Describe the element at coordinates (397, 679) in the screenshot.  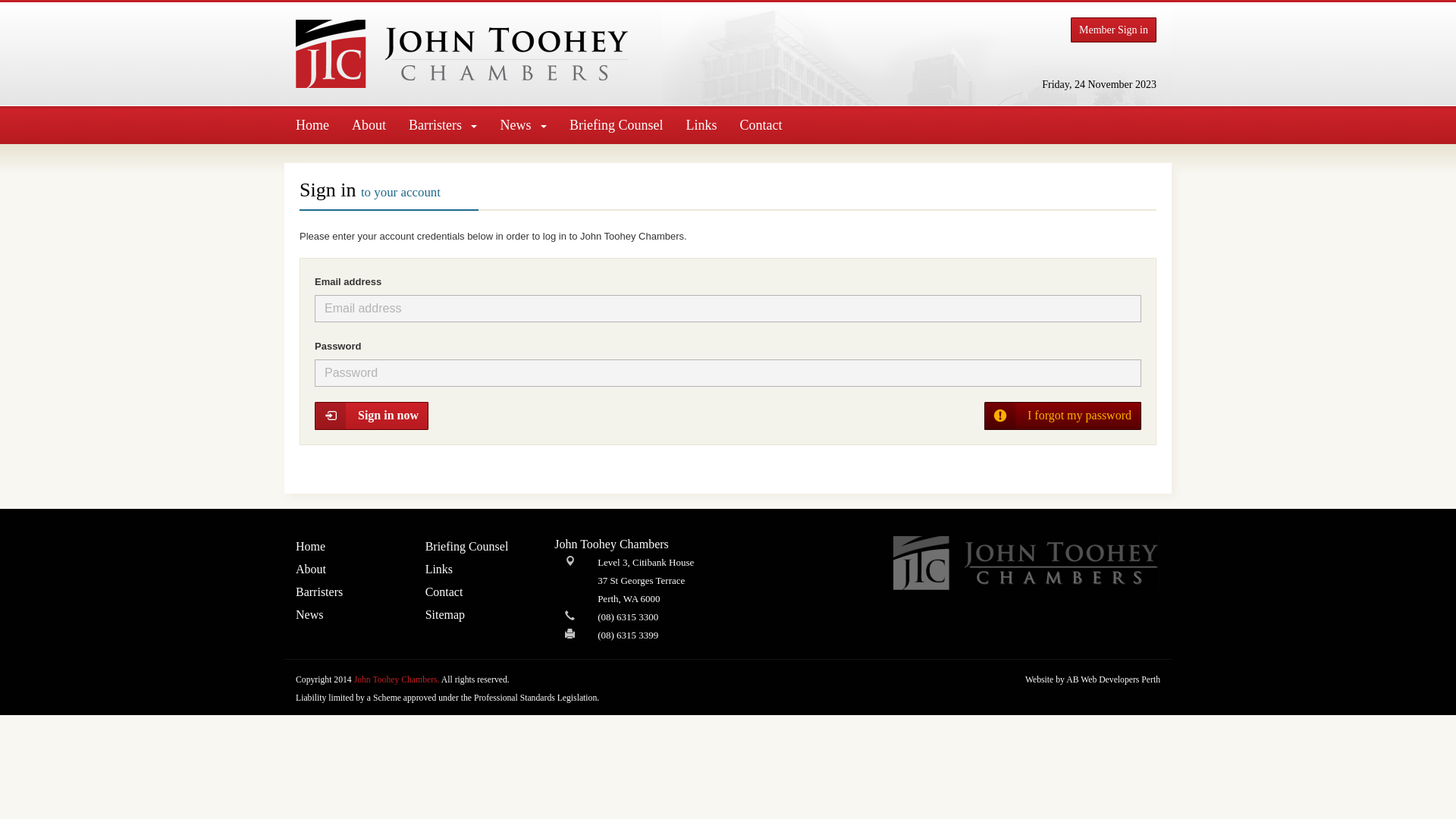
I see `'John Toohey Chambers.'` at that location.